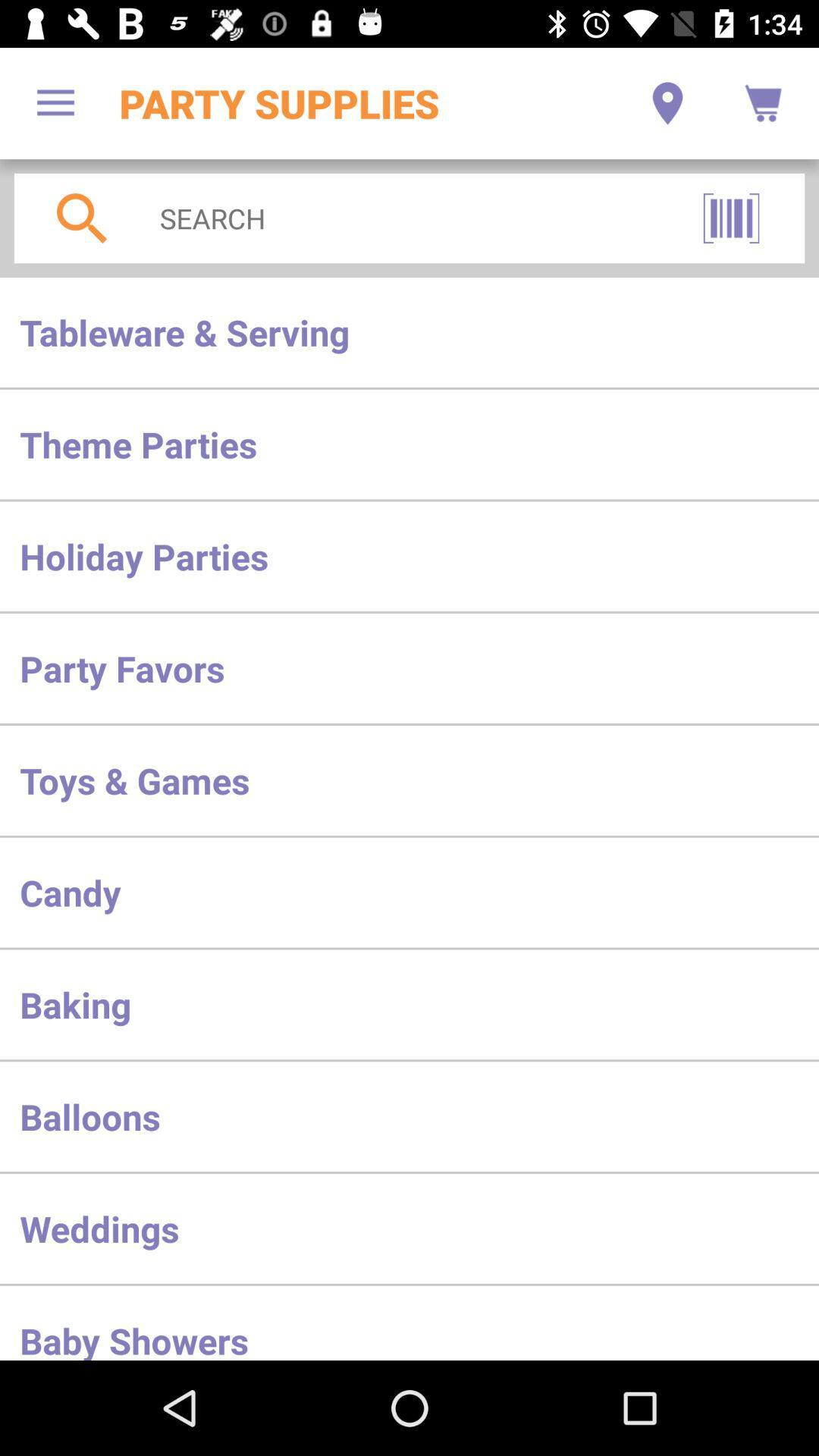 This screenshot has width=819, height=1456. I want to click on search below party supplies, so click(403, 218).